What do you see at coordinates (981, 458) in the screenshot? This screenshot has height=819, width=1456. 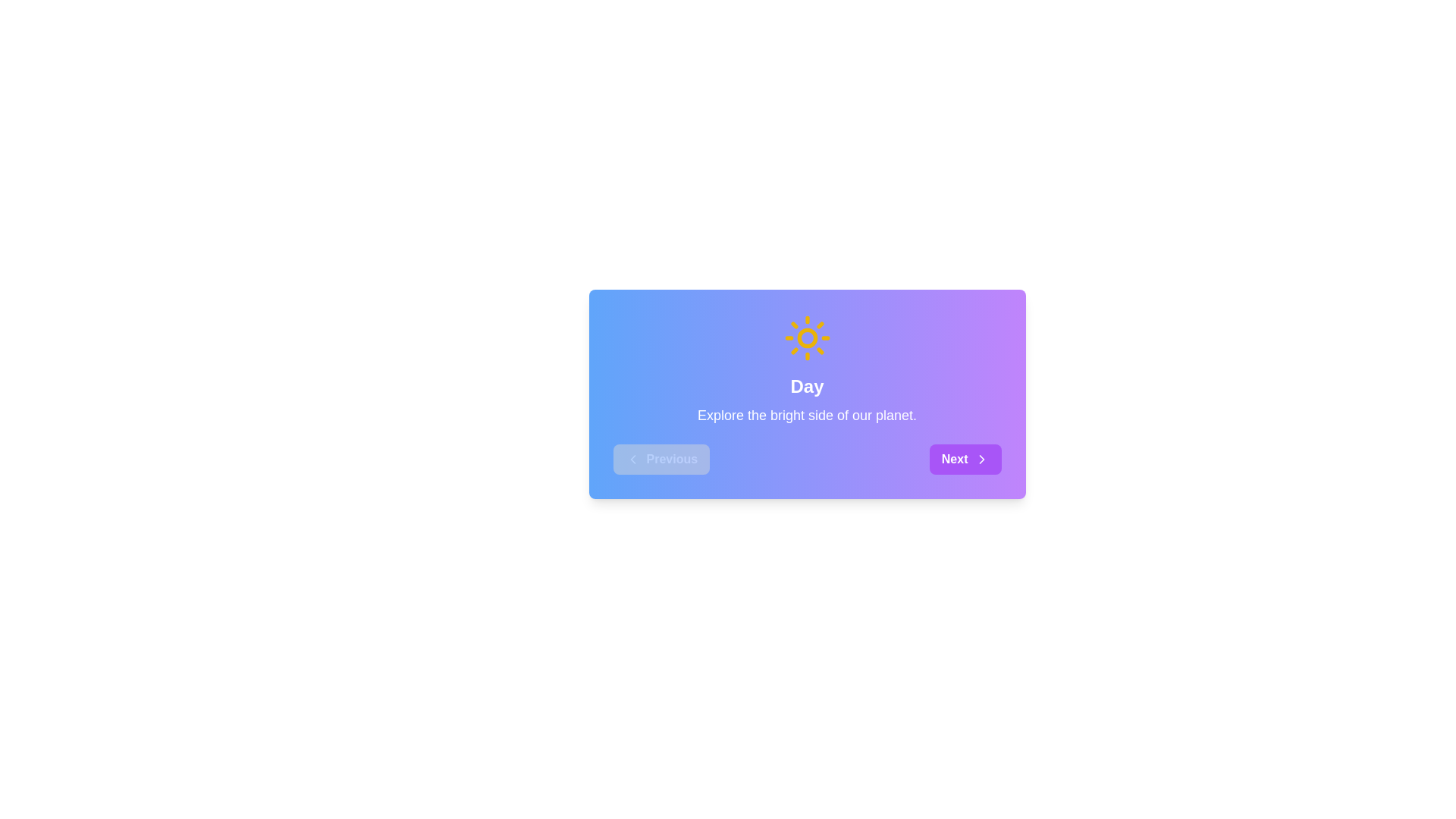 I see `the 'Next' button, which is located near the bottom-right corner of a card-style section in the interface and features an icon that visually reinforces the action of proceeding` at bounding box center [981, 458].